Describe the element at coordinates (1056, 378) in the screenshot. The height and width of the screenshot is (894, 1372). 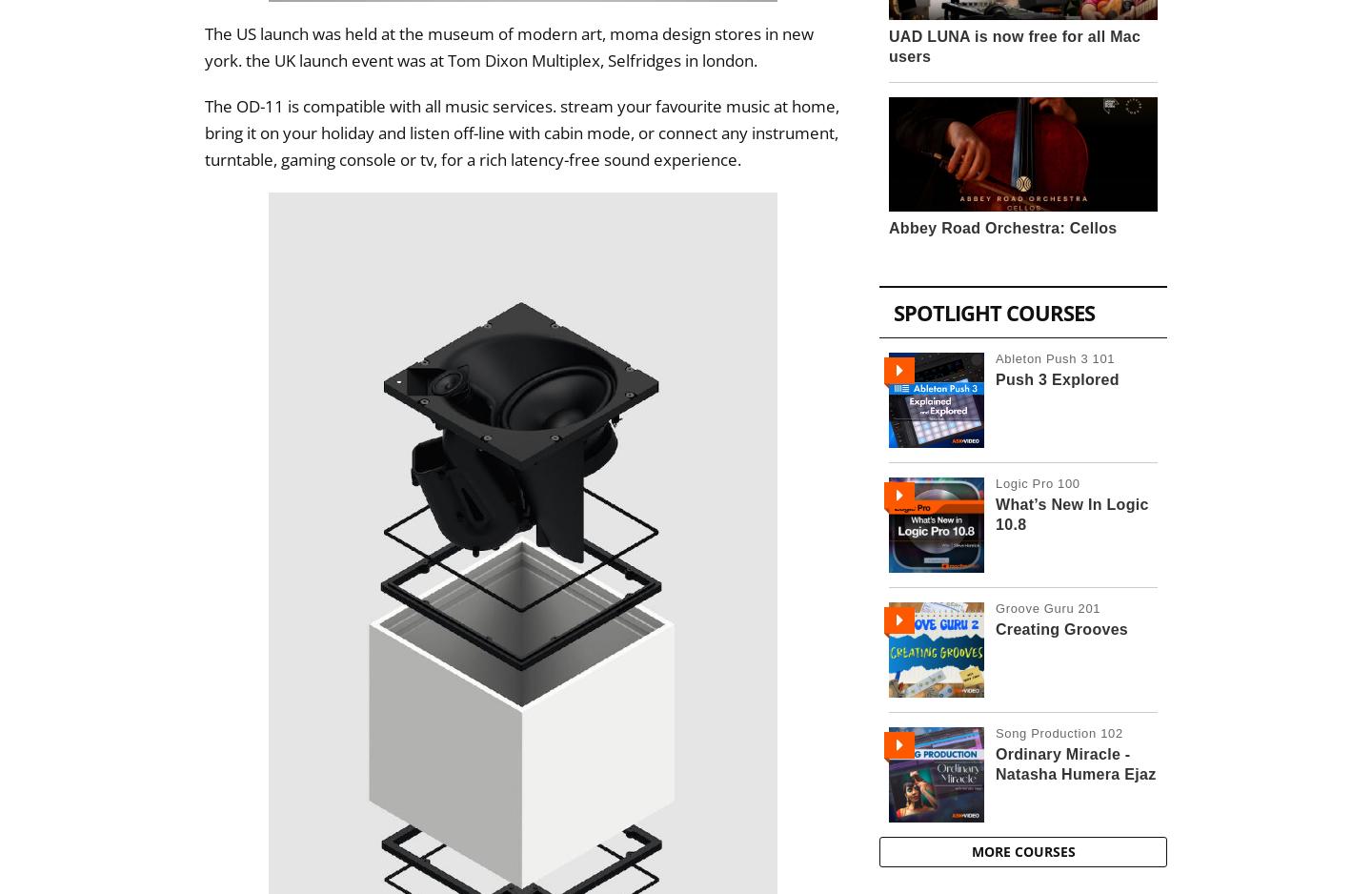
I see `'Push 3 Explored'` at that location.